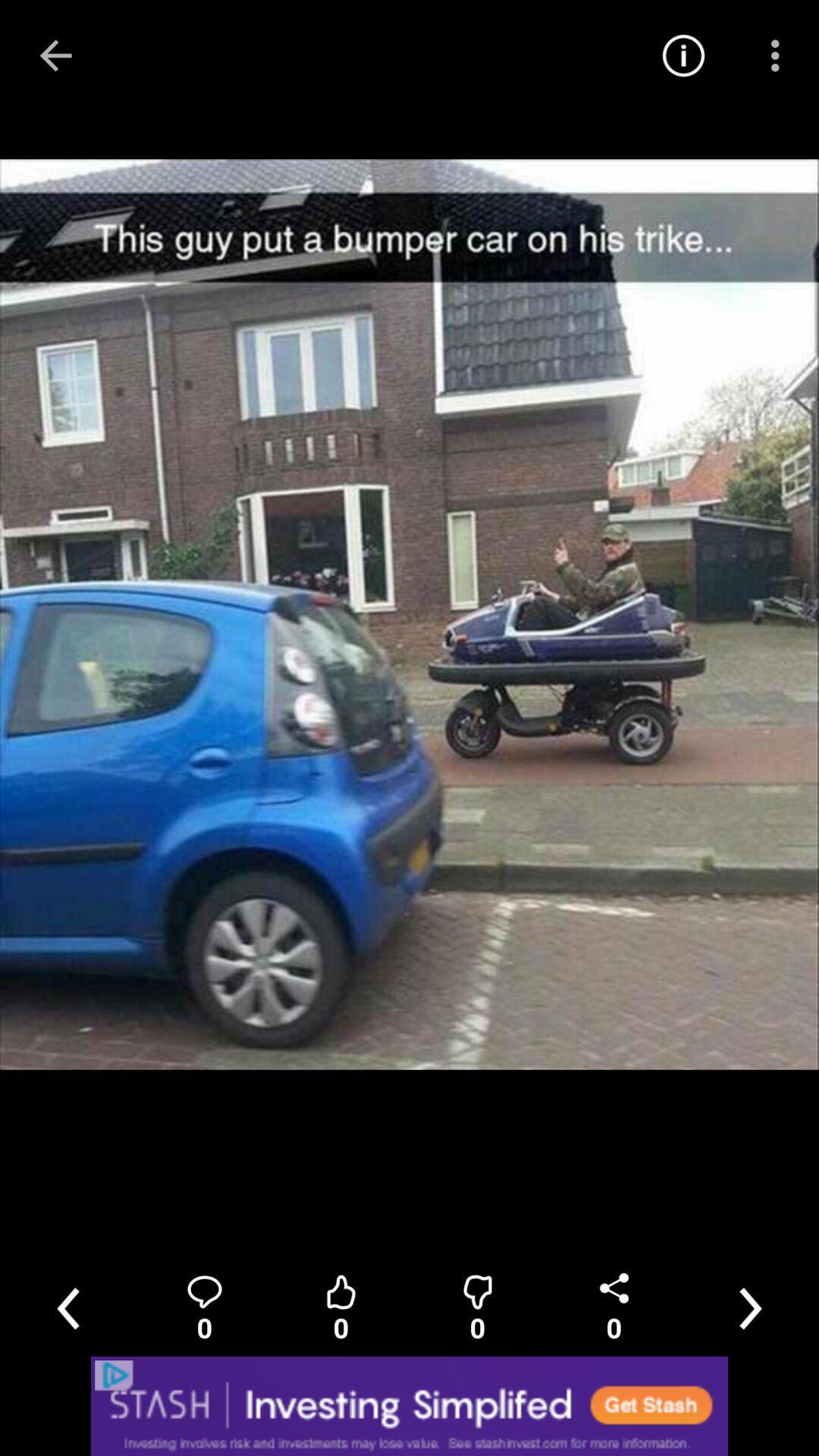  Describe the element at coordinates (341, 1291) in the screenshot. I see `the thumbs_up icon` at that location.